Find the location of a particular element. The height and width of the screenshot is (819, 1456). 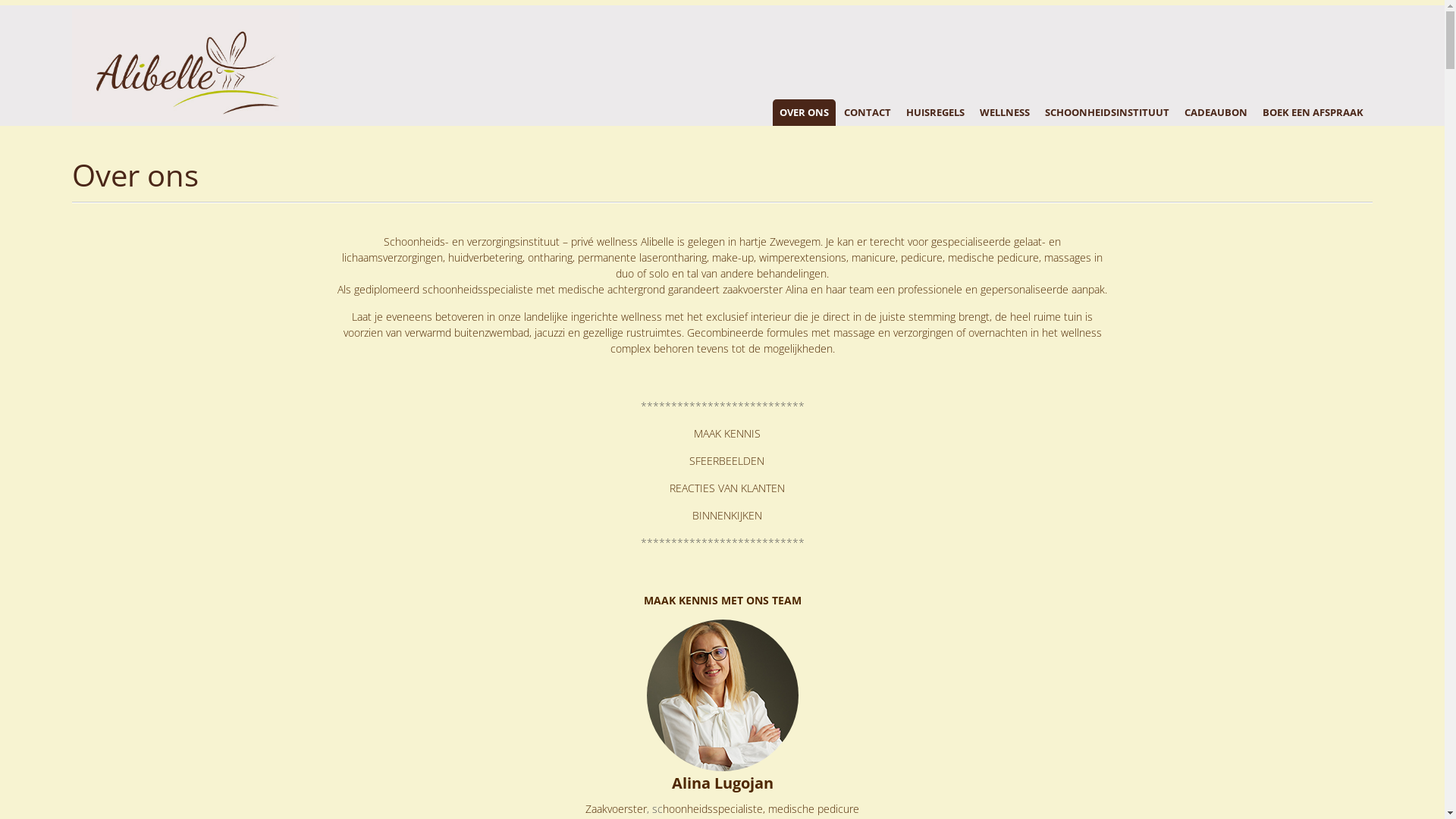

'BOEK EEN AFSPRAAK' is located at coordinates (1312, 111).